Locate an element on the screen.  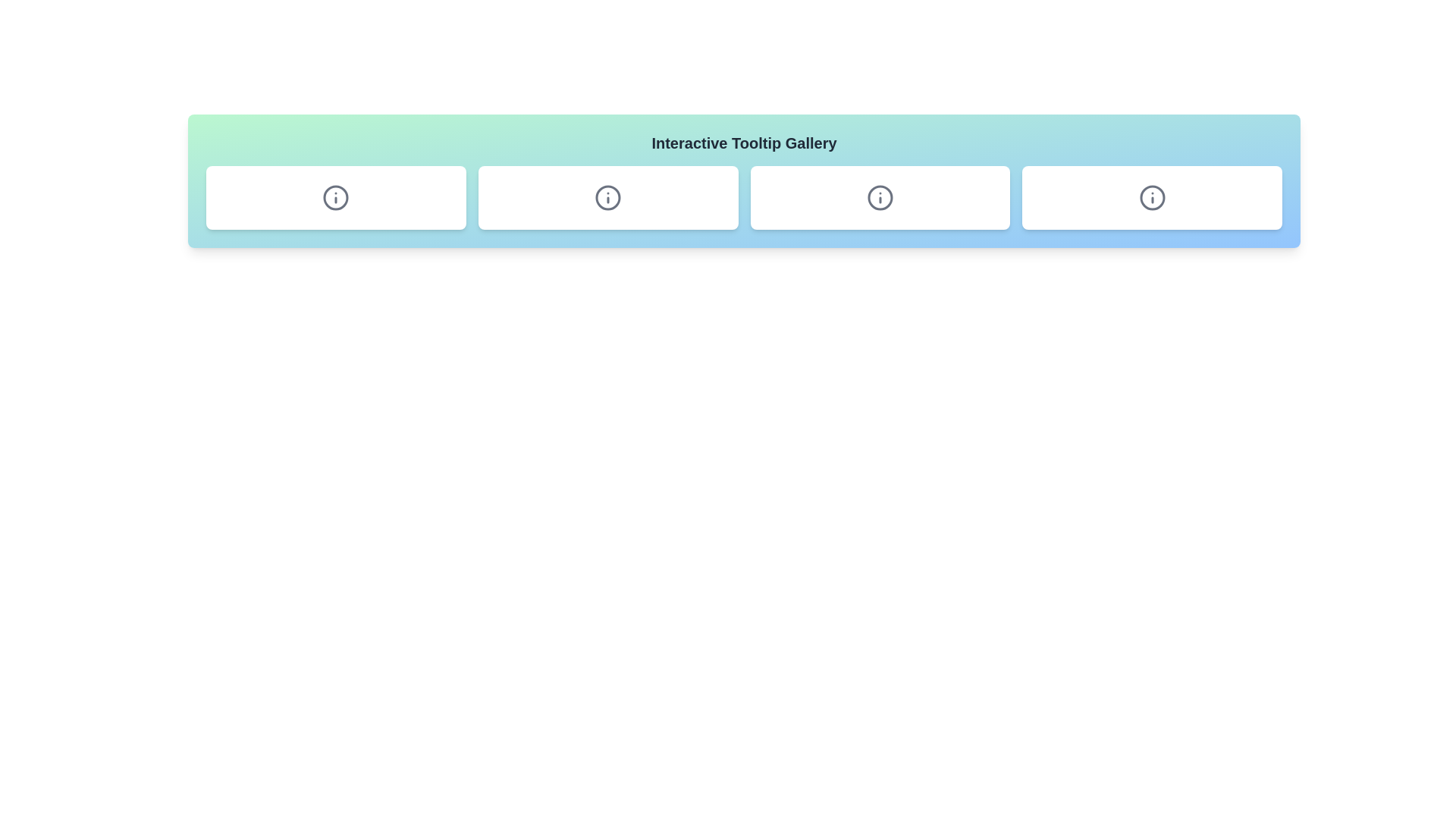
the informational icon located in the middle-left of the second box in a set of four horizontal boxes is located at coordinates (335, 197).